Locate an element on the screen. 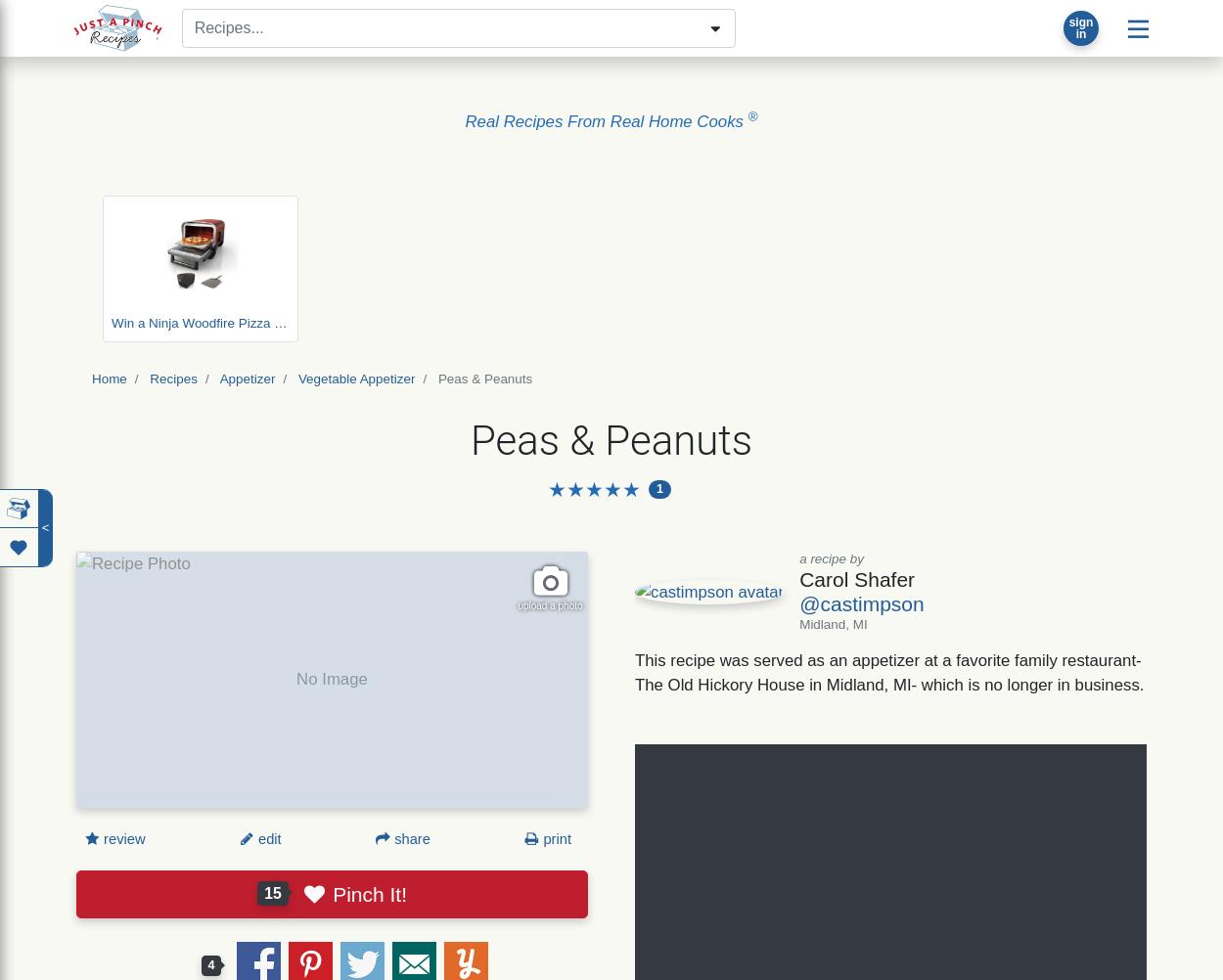 Image resolution: width=1223 pixels, height=980 pixels. 'Pinch It!' is located at coordinates (370, 893).